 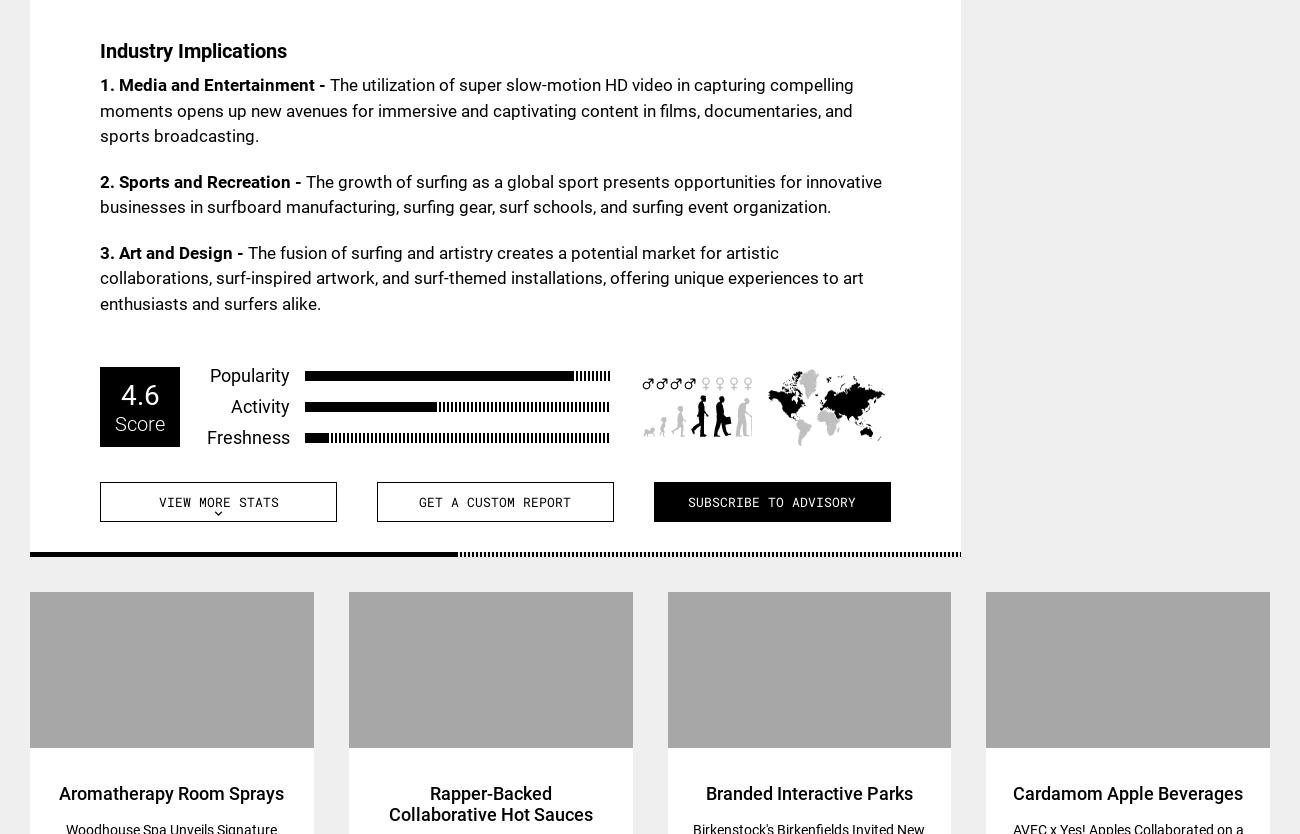 What do you see at coordinates (481, 276) in the screenshot?
I see `'The fusion of surfing and artistry creates a potential market for artistic collaborations, surf-inspired artwork, and surf-themed installations, offering unique experiences to art enthusiasts and surfers alike.'` at bounding box center [481, 276].